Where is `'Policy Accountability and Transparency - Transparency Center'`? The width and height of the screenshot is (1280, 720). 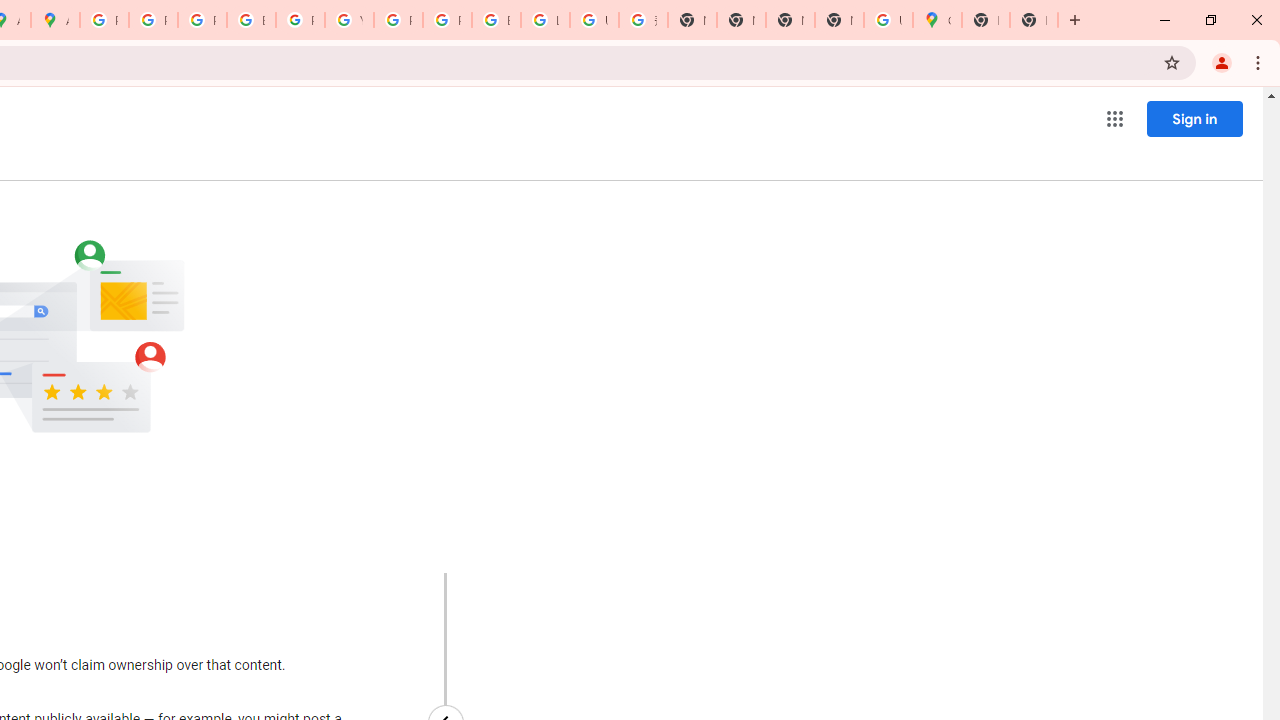 'Policy Accountability and Transparency - Transparency Center' is located at coordinates (103, 20).